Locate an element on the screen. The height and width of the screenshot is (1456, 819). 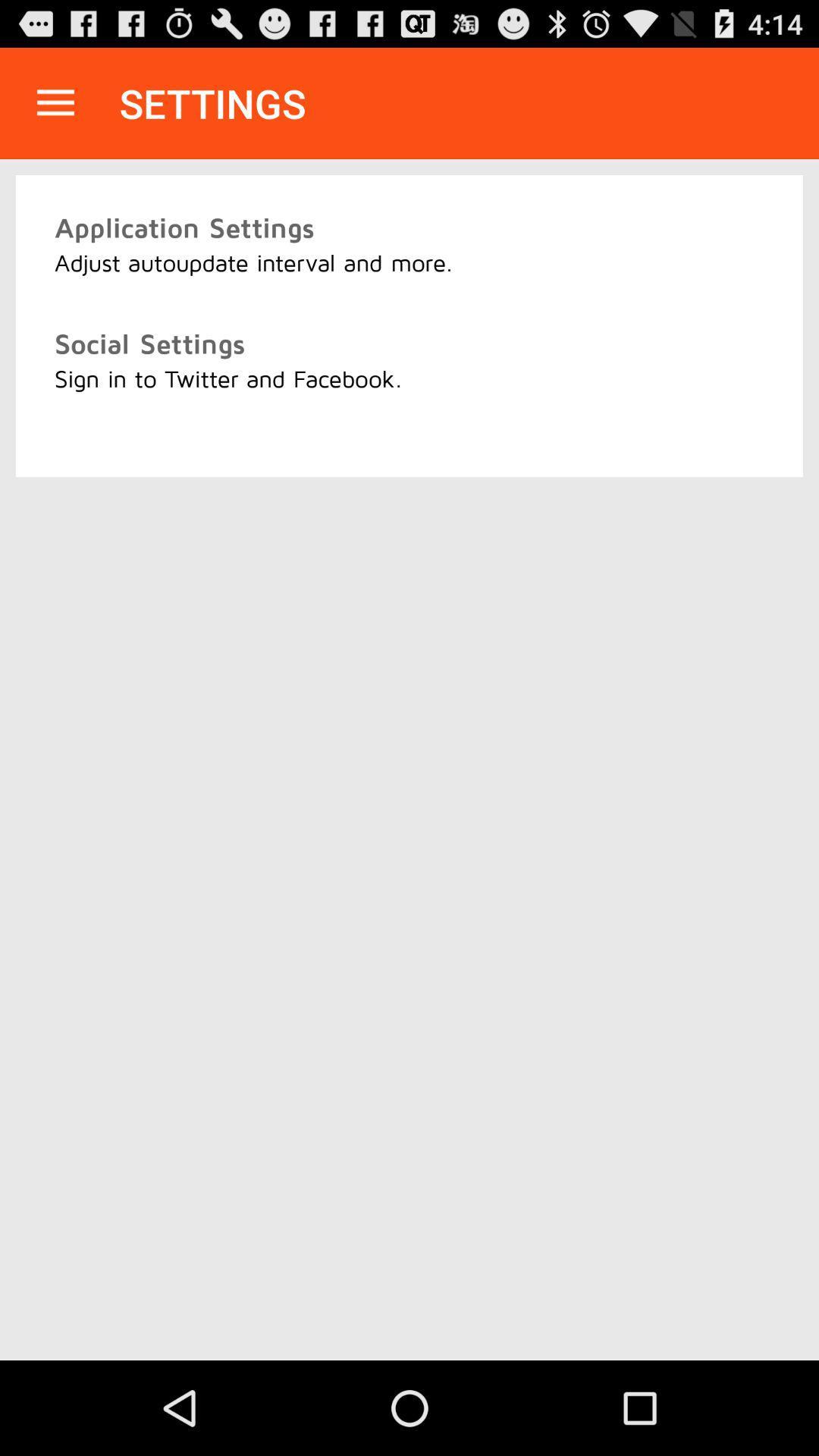
icon to the left of the settings app is located at coordinates (55, 102).